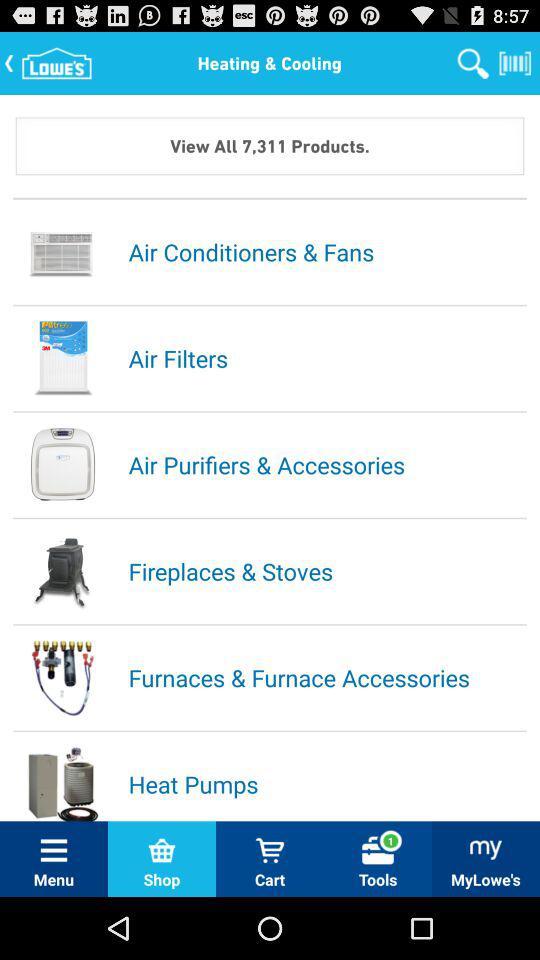 The height and width of the screenshot is (960, 540). What do you see at coordinates (326, 464) in the screenshot?
I see `the air purifiers & accessories item` at bounding box center [326, 464].